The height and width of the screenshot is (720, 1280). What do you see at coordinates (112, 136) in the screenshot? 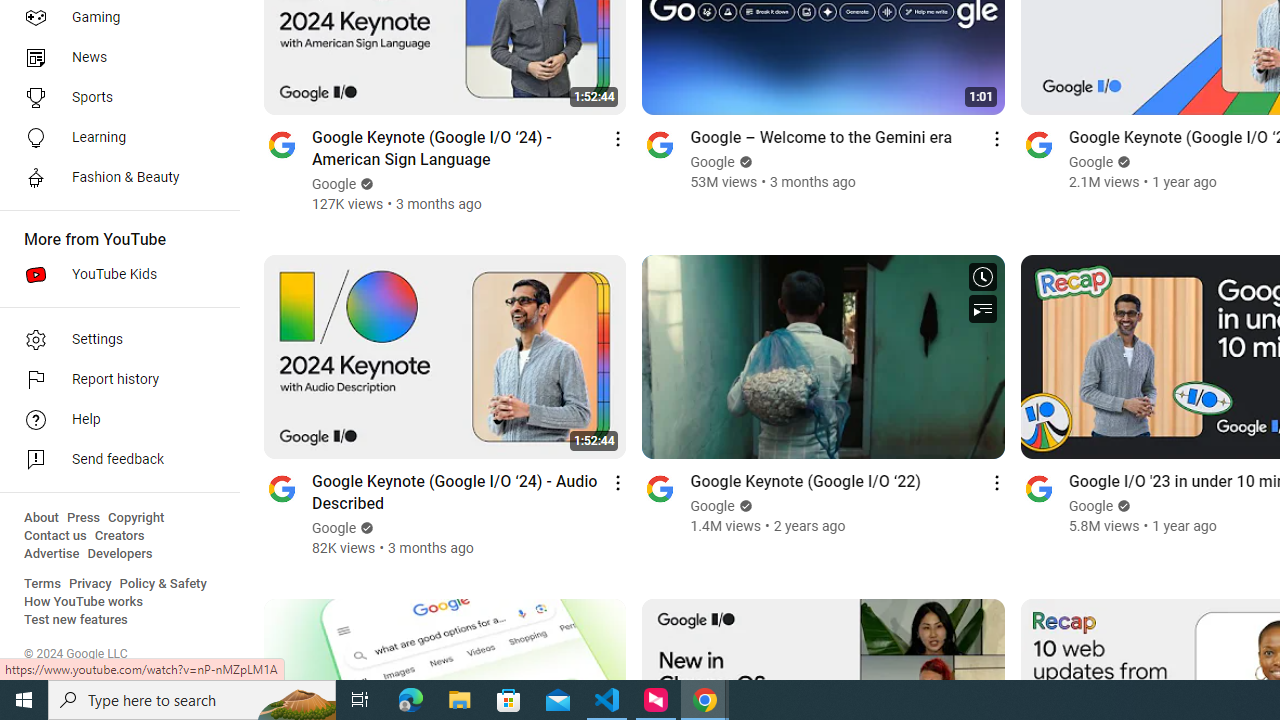
I see `'Learning'` at bounding box center [112, 136].